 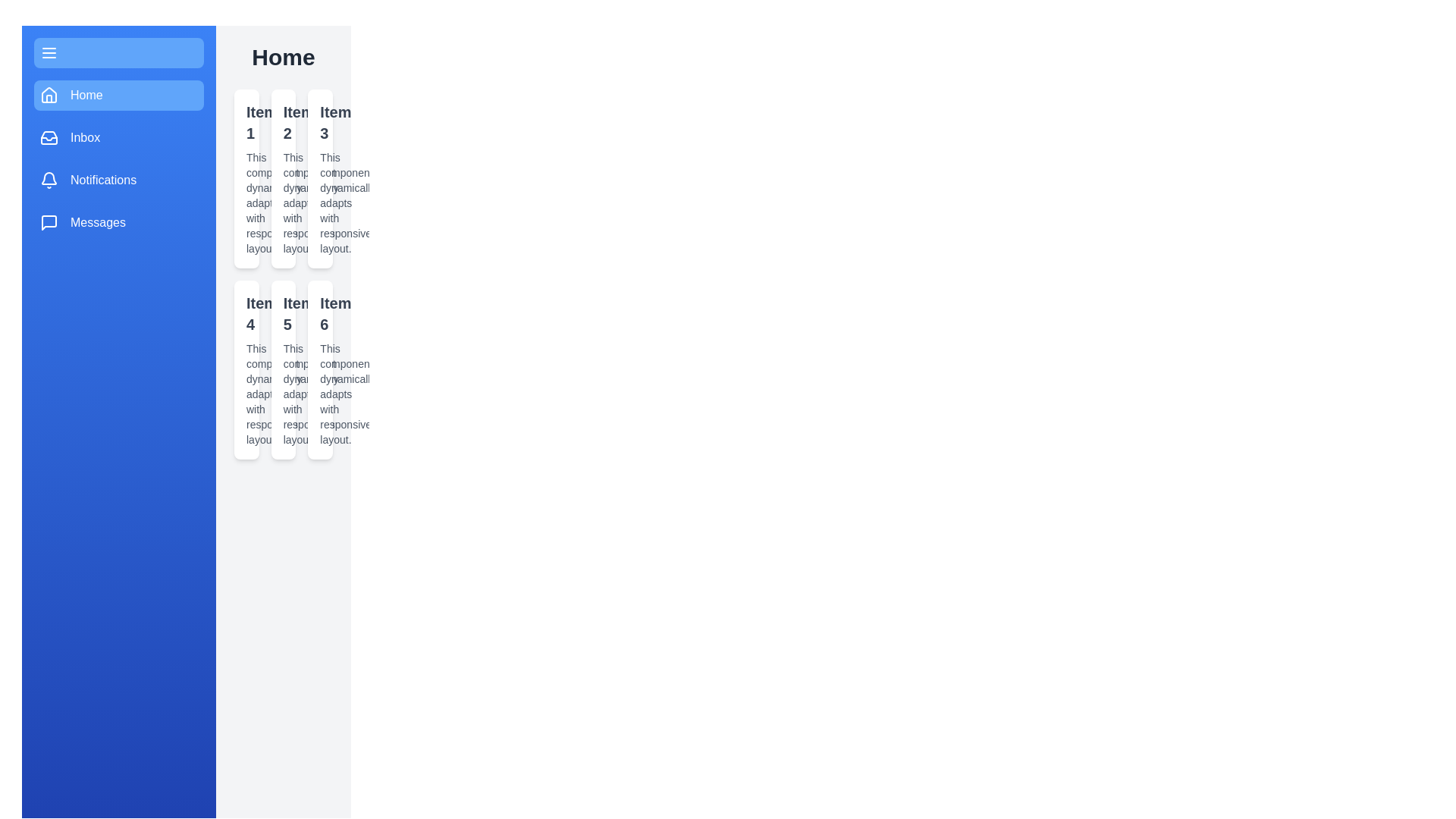 I want to click on the text label providing contextual information about the adaptive nature of the component, located in the lower part of the card labeled 'Item 4', which is the first card in the second row of the grid layout, so click(x=246, y=394).